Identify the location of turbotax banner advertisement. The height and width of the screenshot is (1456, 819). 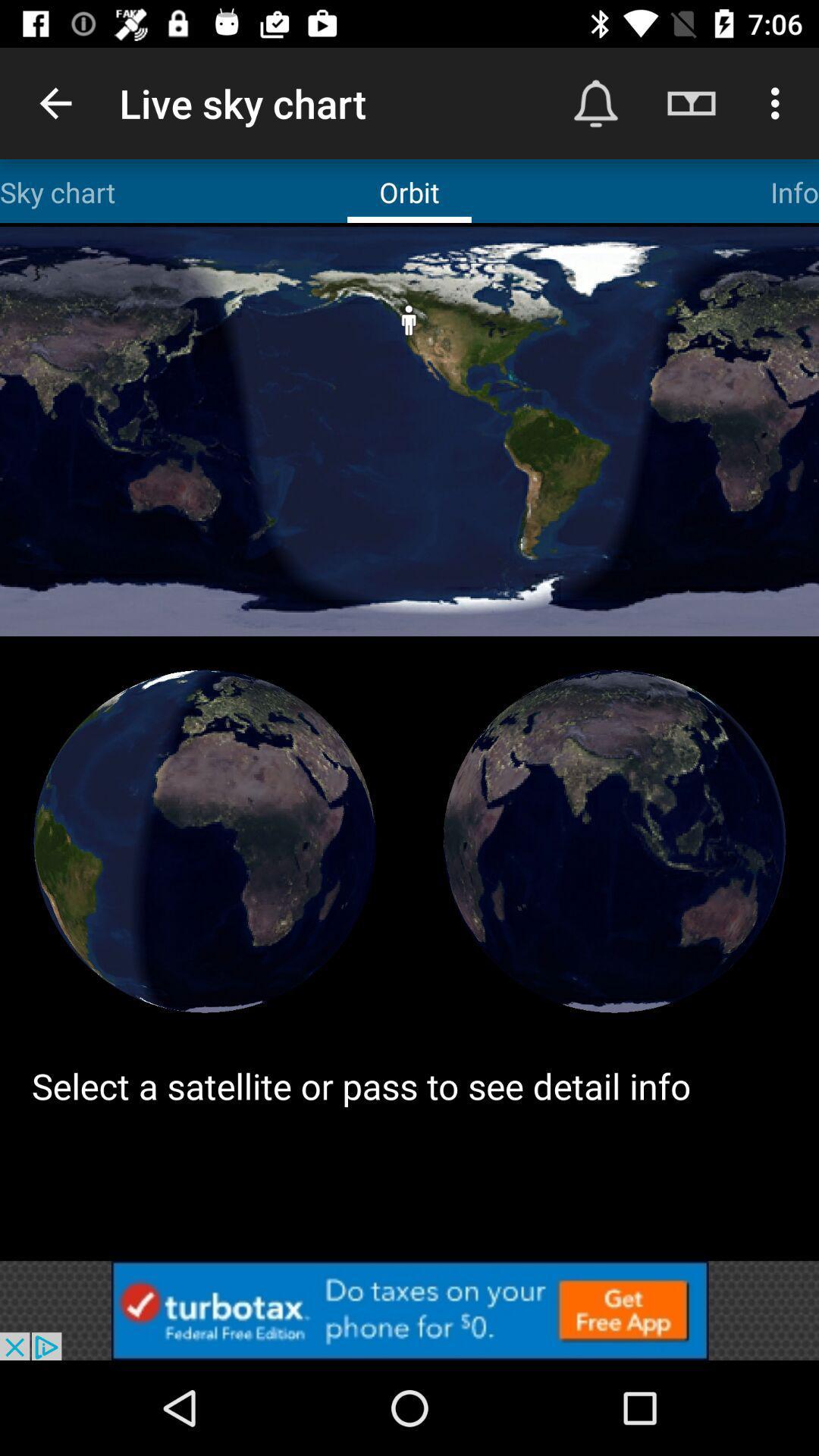
(409, 1310).